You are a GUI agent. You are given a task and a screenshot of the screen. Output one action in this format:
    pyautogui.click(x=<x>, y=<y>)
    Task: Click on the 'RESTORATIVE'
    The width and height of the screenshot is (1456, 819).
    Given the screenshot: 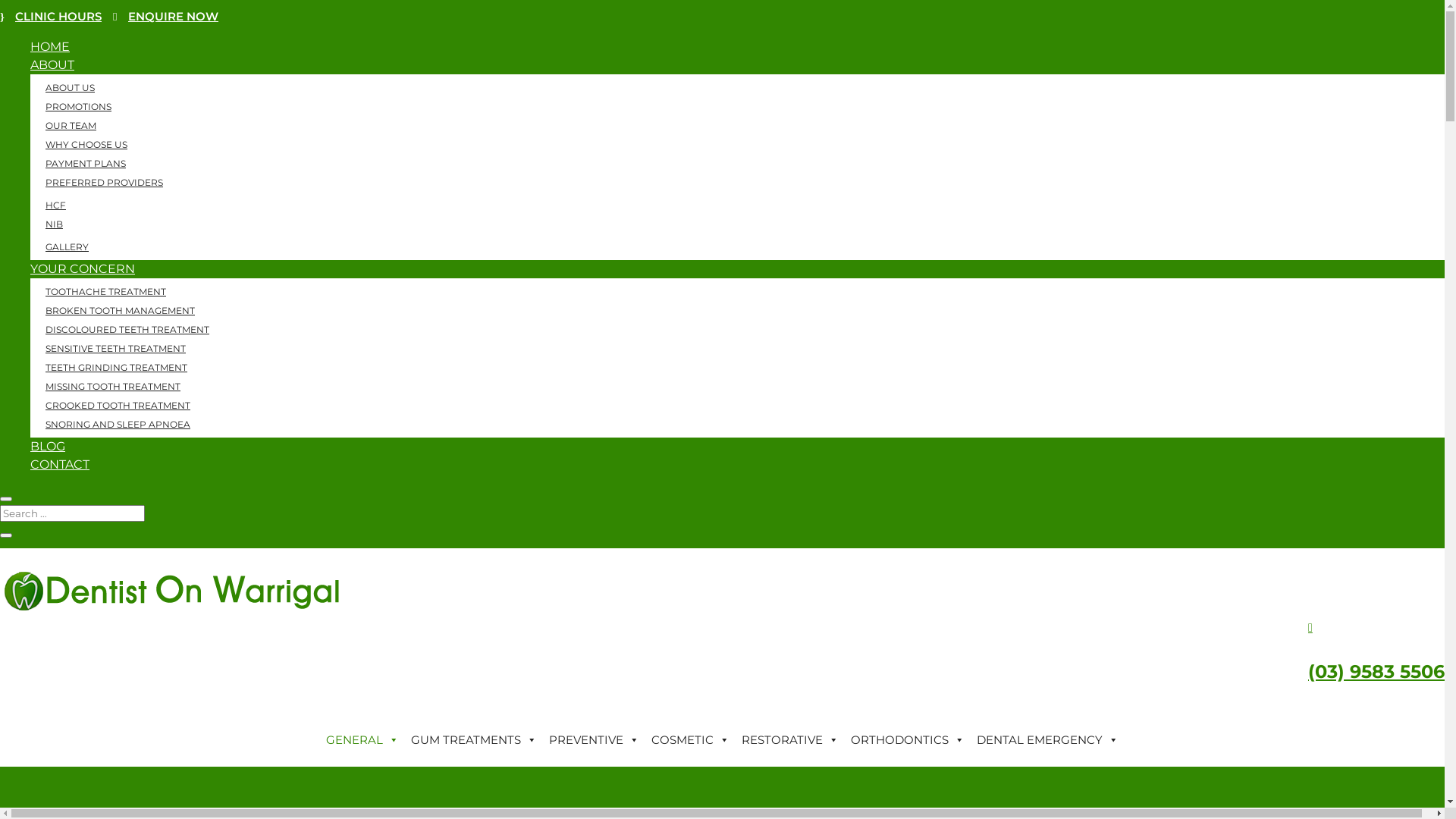 What is the action you would take?
    pyautogui.click(x=789, y=739)
    